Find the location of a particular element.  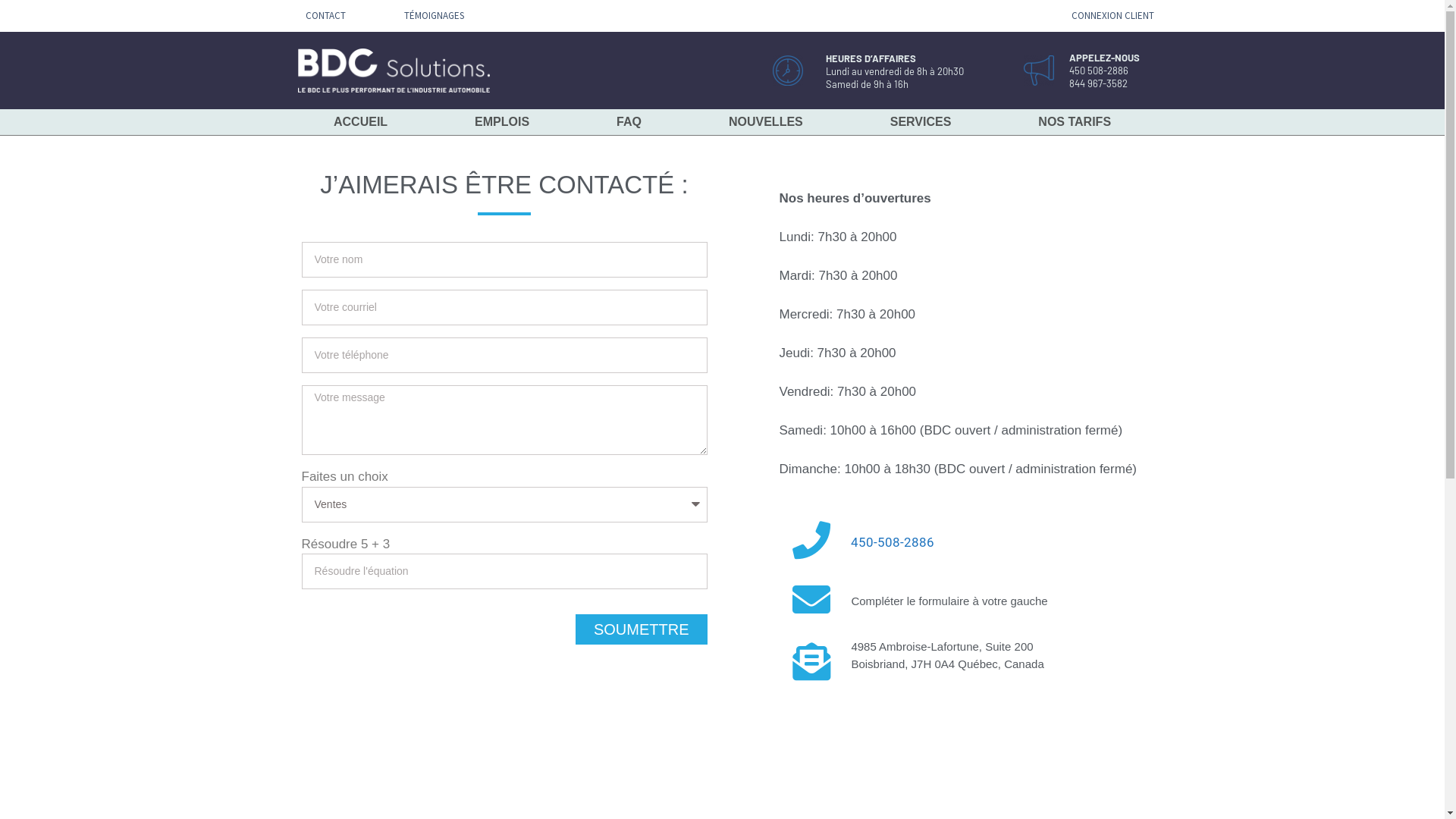

'CONTACT' is located at coordinates (304, 15).